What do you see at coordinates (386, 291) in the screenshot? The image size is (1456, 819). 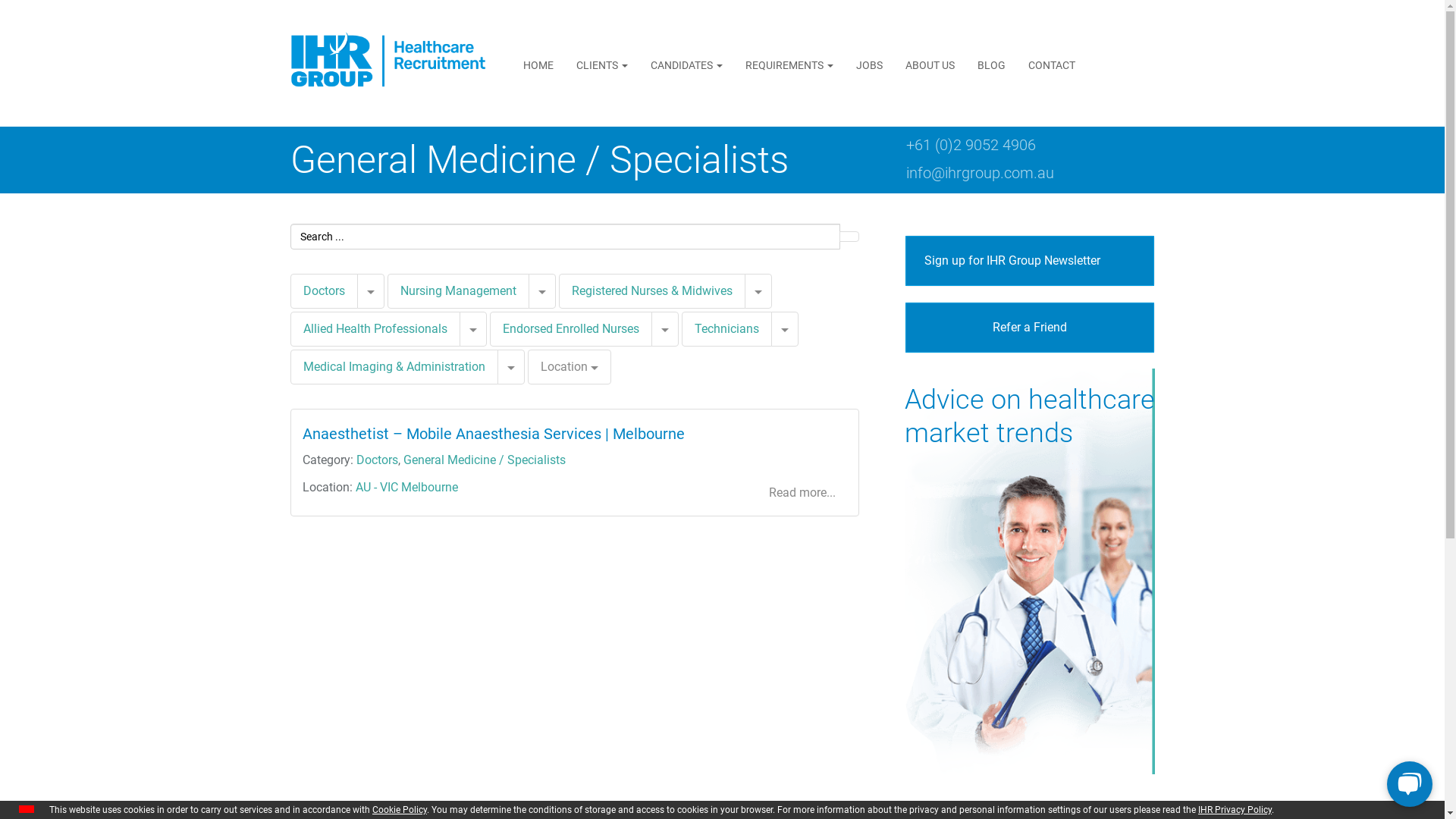 I see `'Nursing Management'` at bounding box center [386, 291].